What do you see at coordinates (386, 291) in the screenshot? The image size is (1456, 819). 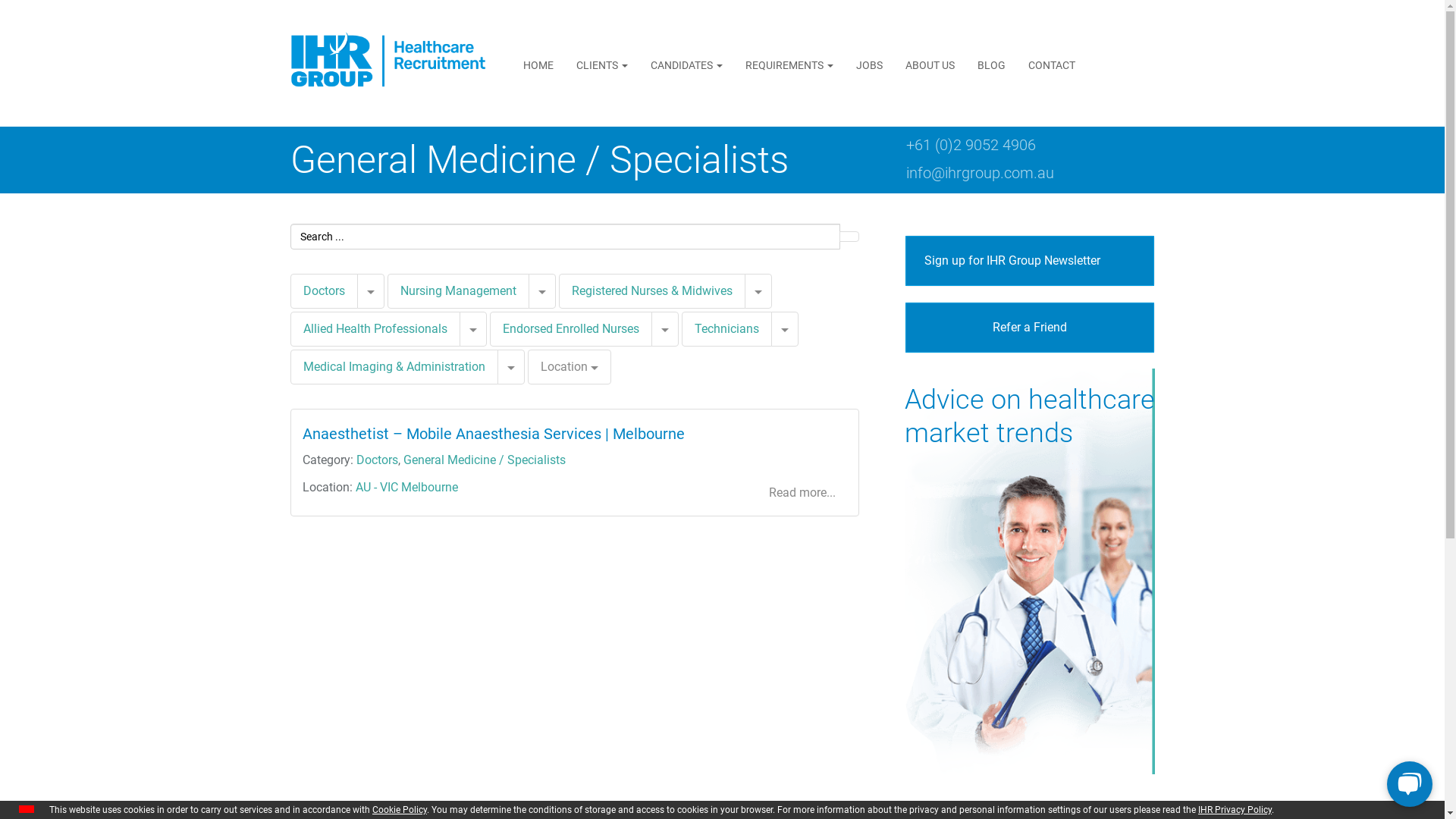 I see `'Nursing Management'` at bounding box center [386, 291].